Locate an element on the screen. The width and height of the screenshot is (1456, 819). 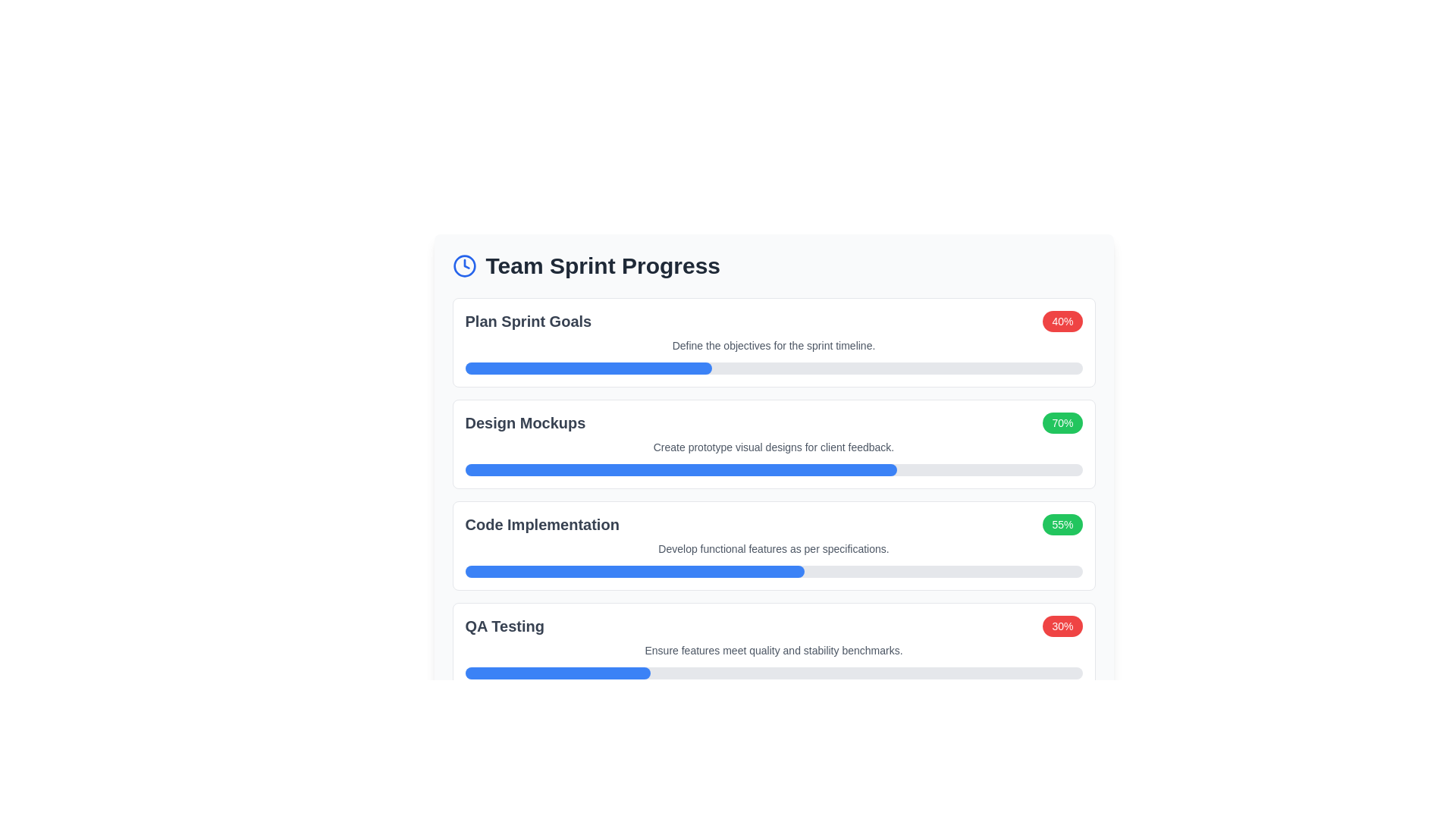
the text label that describes the task or milestone associated with the 'Code Implementation' progress category, located centrally under the heading 'Code Implementation' is located at coordinates (773, 549).